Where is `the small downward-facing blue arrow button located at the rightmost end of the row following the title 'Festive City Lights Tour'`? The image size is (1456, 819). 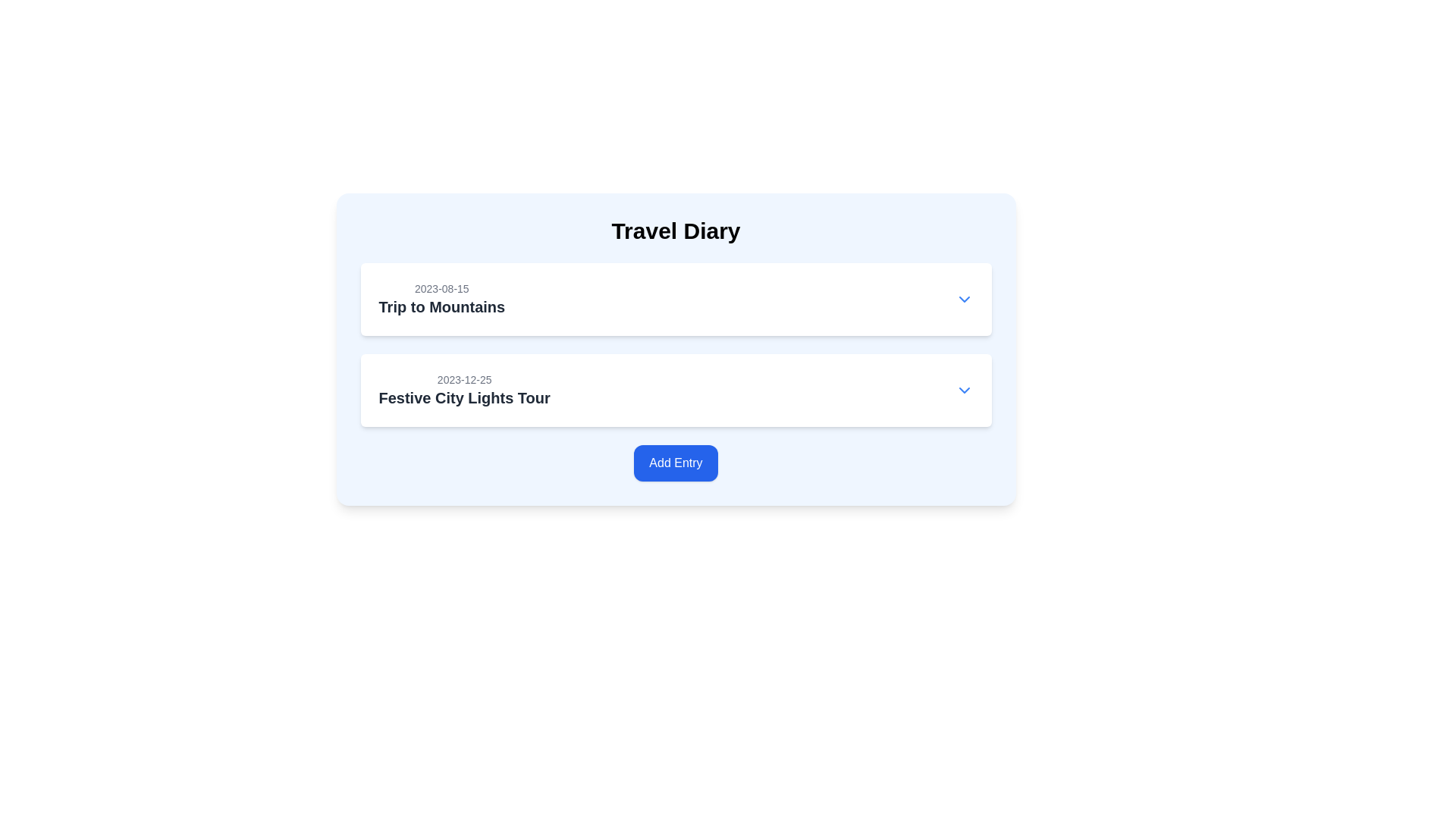
the small downward-facing blue arrow button located at the rightmost end of the row following the title 'Festive City Lights Tour' is located at coordinates (963, 390).